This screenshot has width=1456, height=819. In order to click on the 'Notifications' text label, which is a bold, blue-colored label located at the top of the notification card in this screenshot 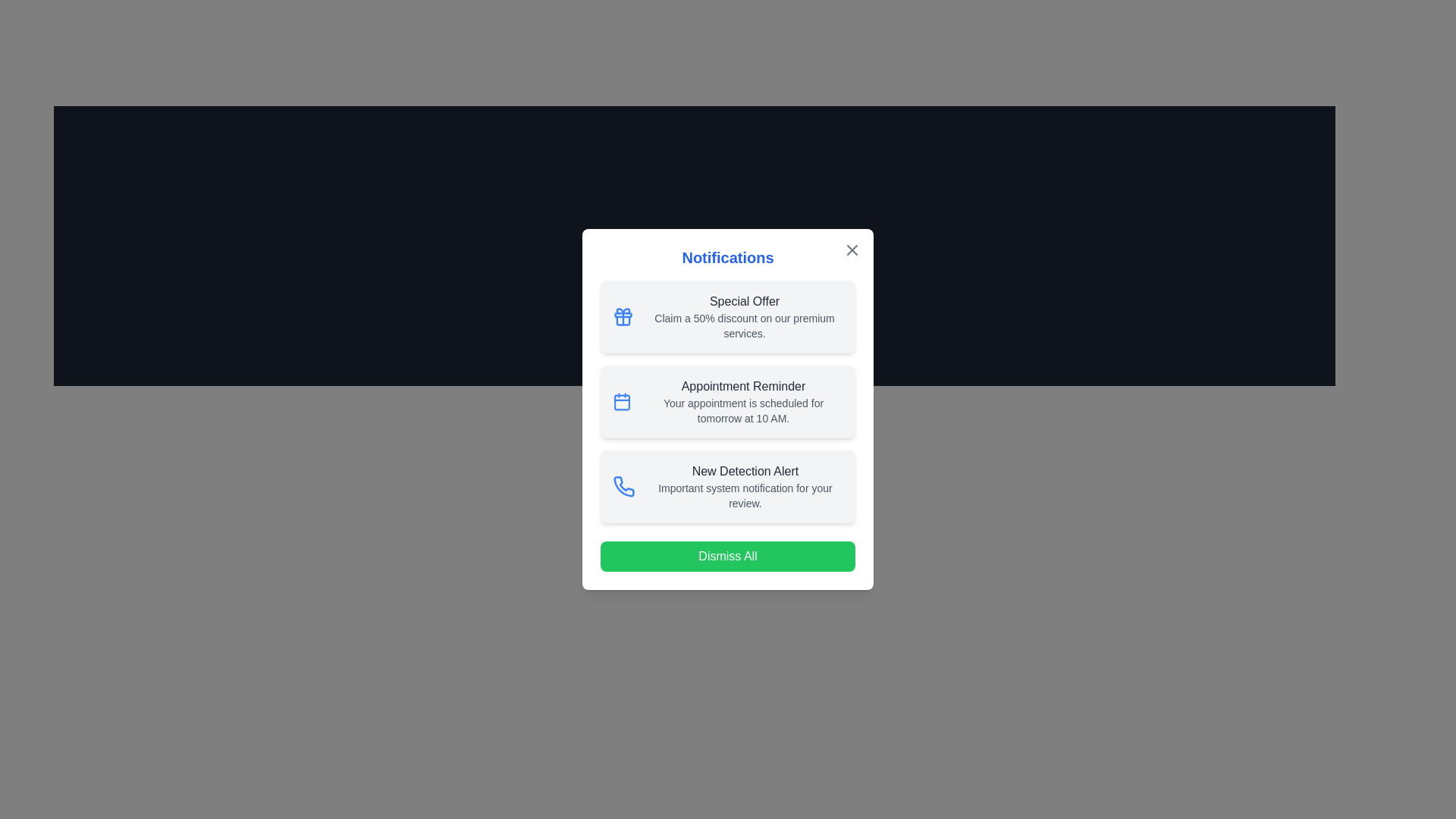, I will do `click(728, 256)`.